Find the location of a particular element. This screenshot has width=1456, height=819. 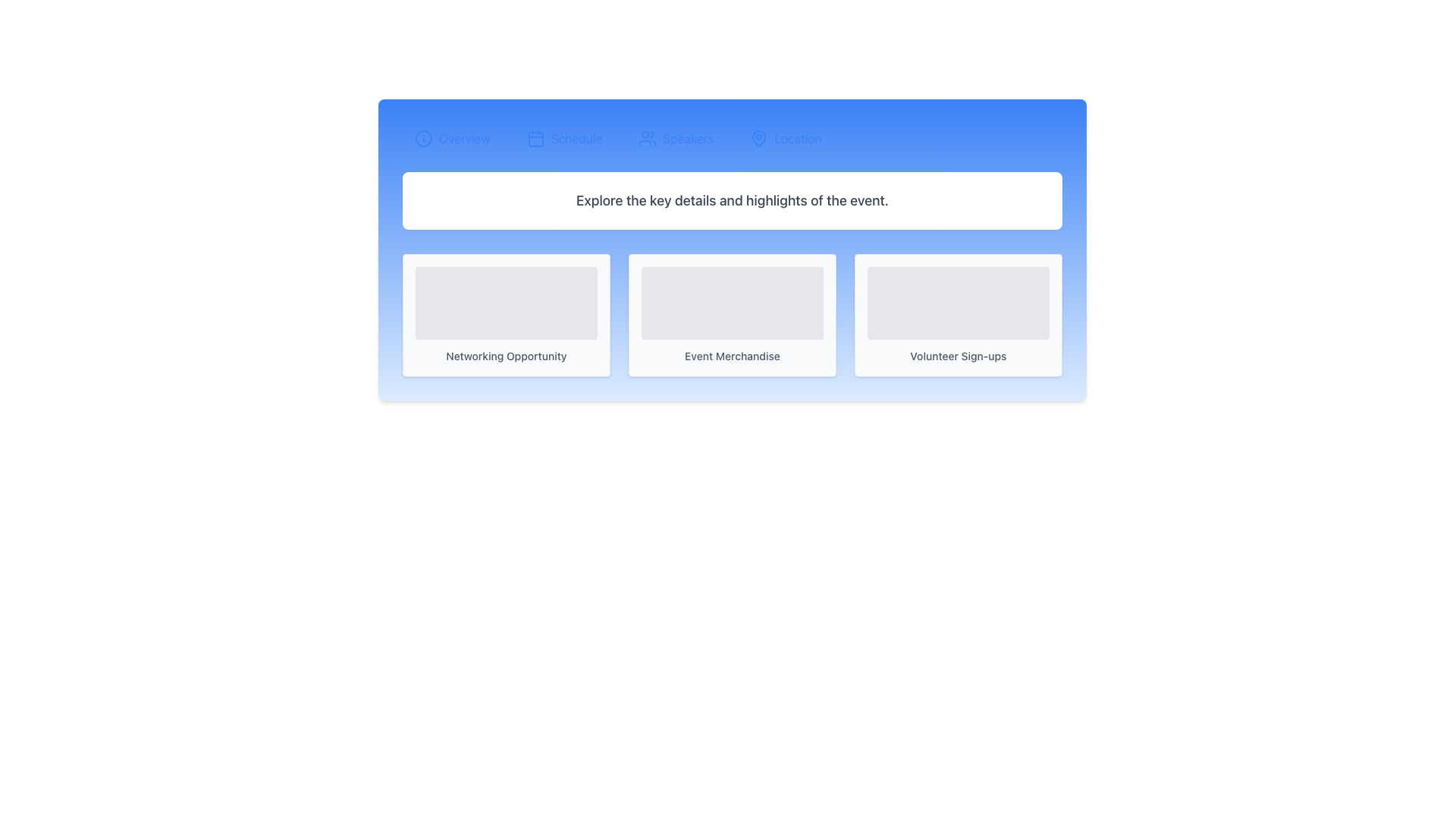

the 'Event Merchandise' card, which is the second card in a row of three cards, located between 'Networking Opportunity' and 'Volunteer Sign-ups' is located at coordinates (732, 315).